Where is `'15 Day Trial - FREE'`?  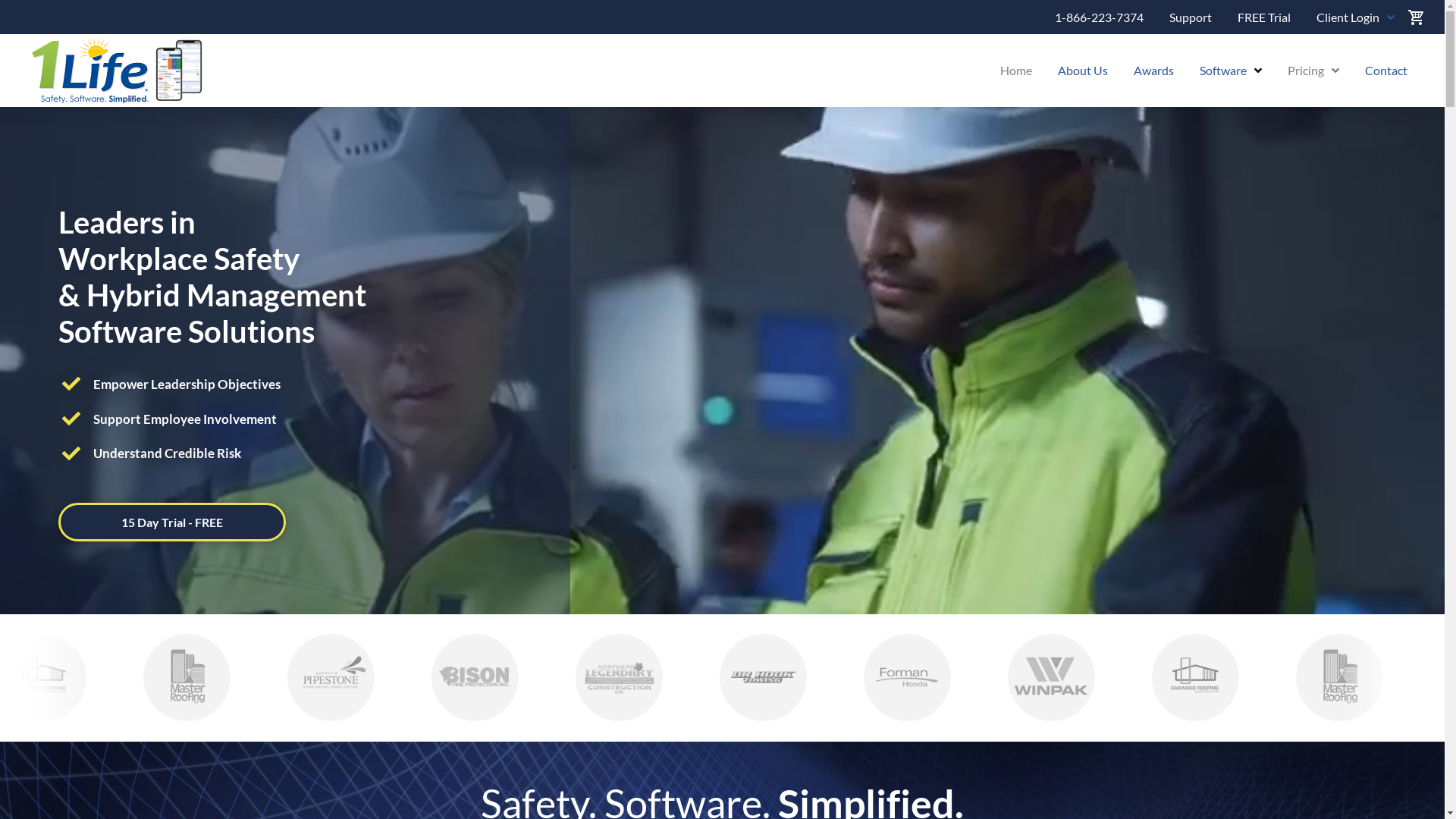
'15 Day Trial - FREE' is located at coordinates (171, 520).